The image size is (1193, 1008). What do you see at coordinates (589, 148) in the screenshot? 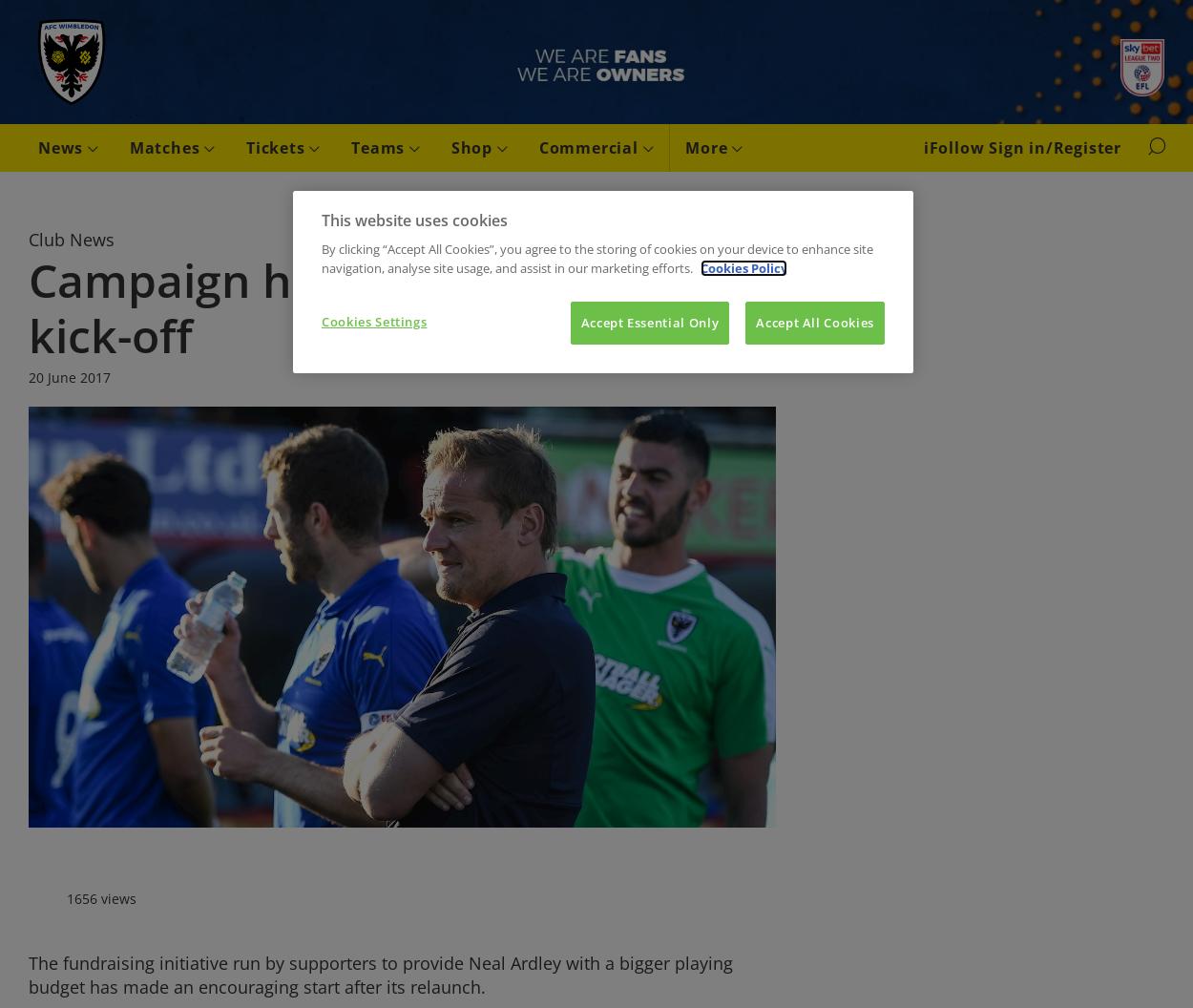
I see `'Commercial'` at bounding box center [589, 148].